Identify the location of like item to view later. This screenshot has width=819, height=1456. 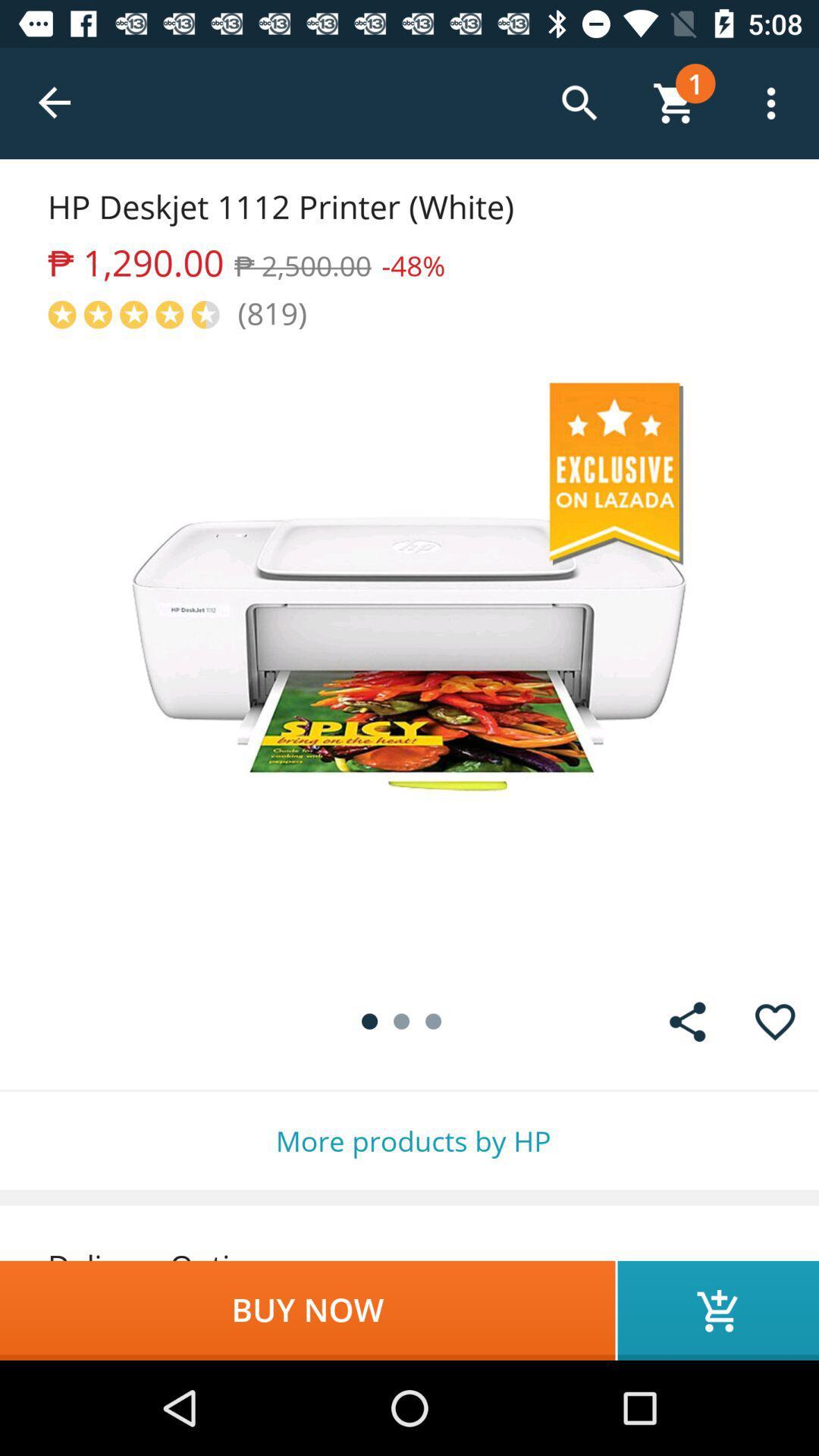
(775, 1021).